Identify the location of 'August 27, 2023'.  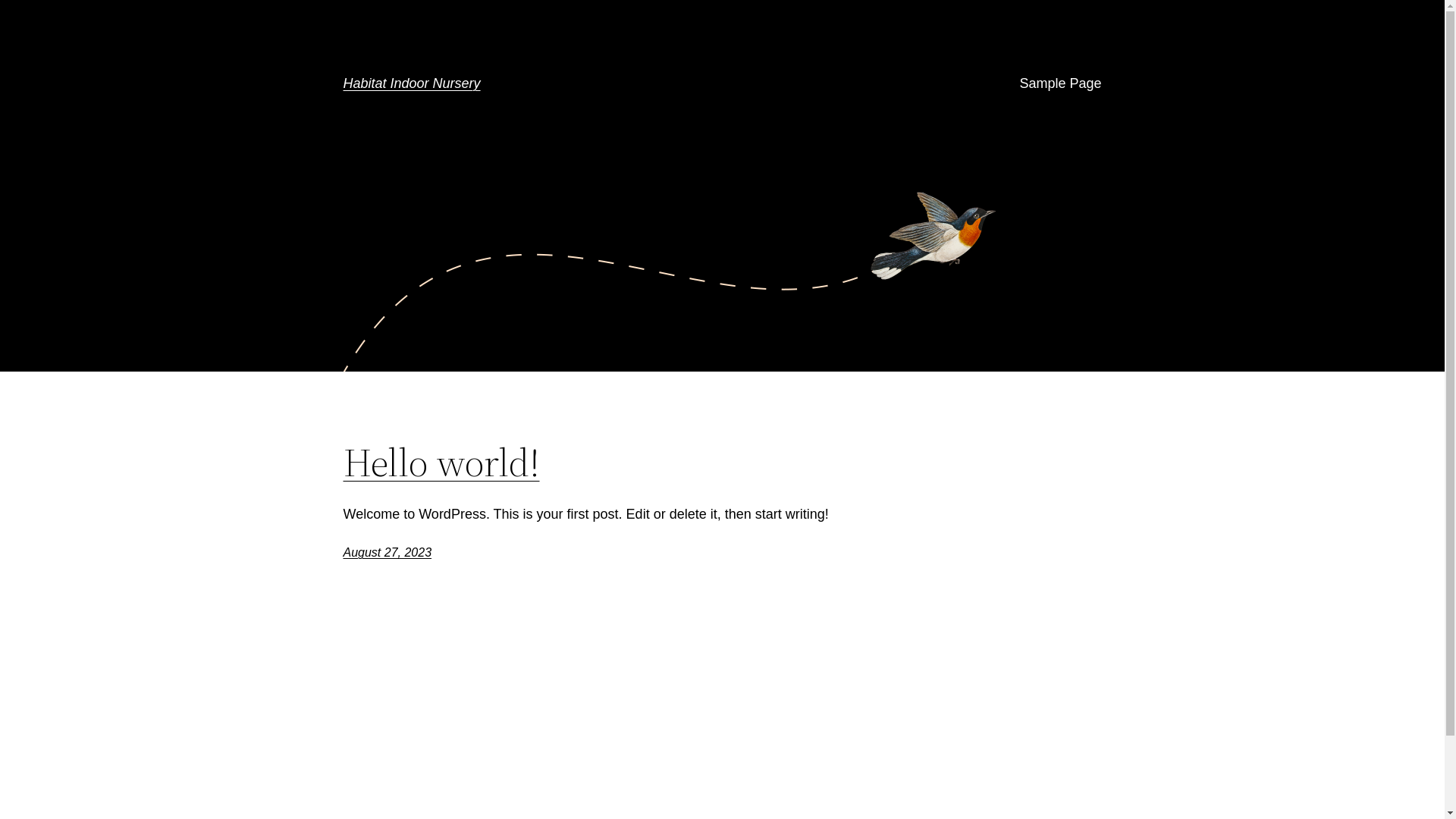
(387, 552).